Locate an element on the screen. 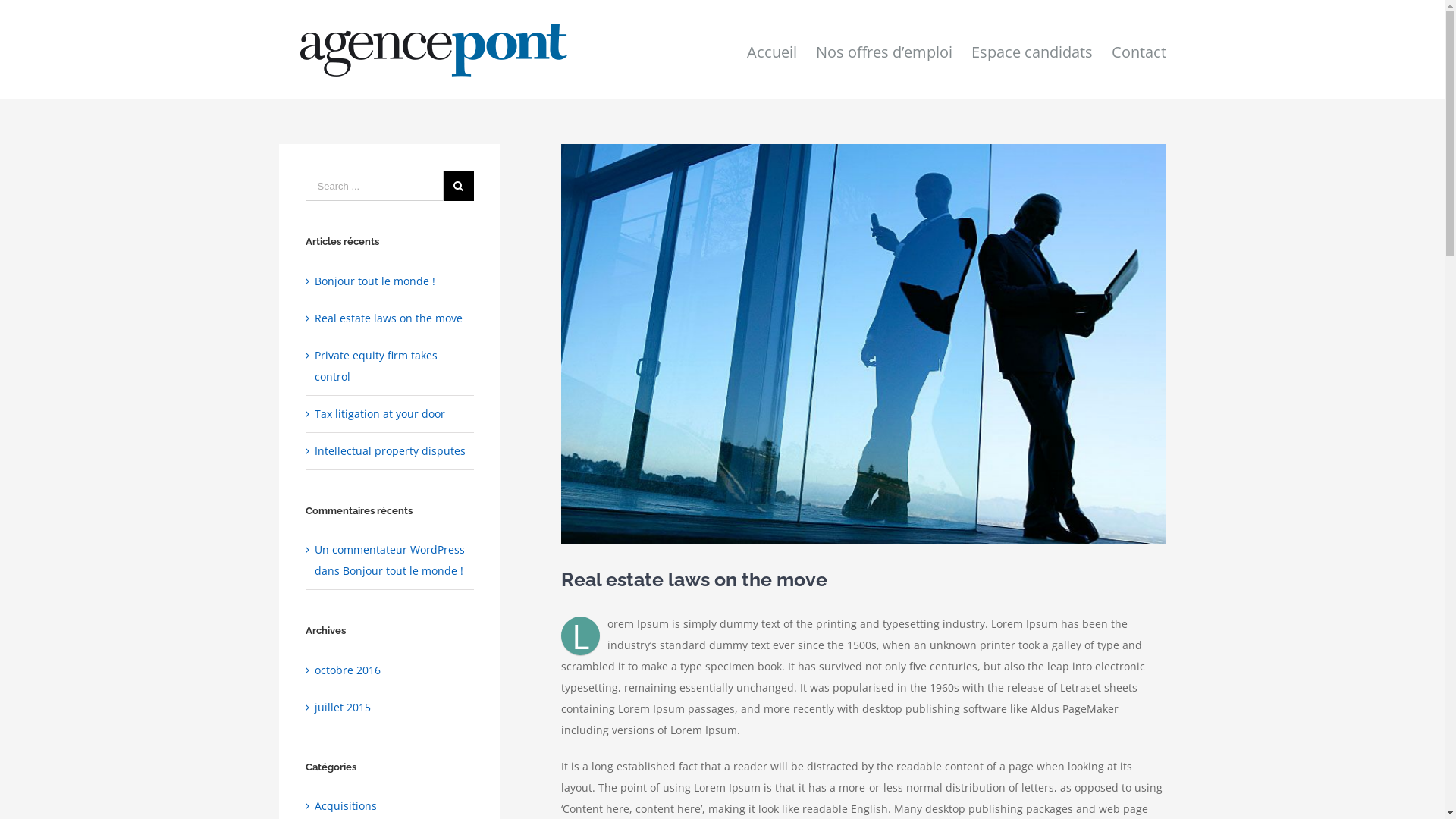  'octobre 2016' is located at coordinates (347, 669).